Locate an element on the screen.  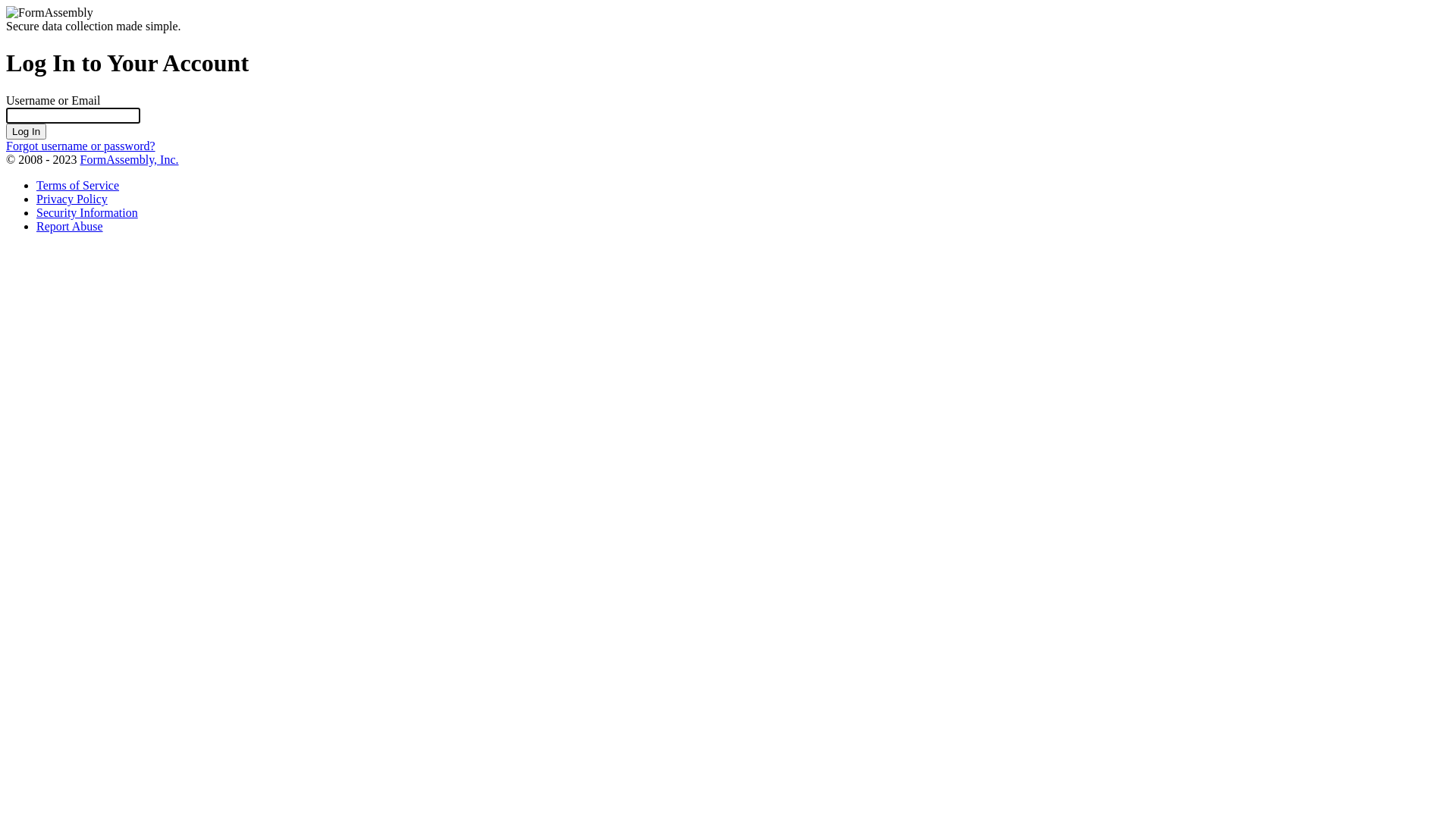
'Forgot username or password?' is located at coordinates (6, 146).